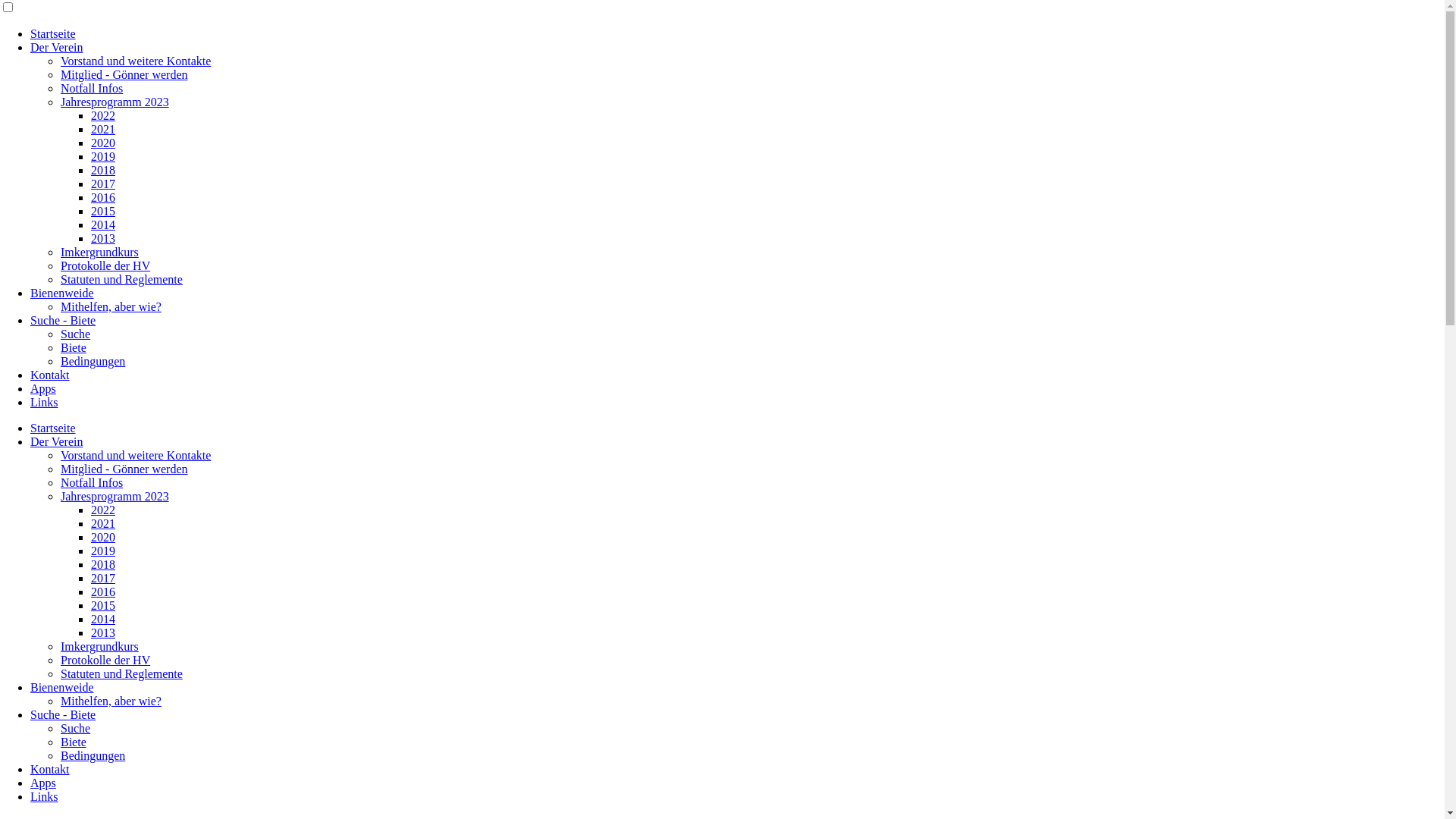 This screenshot has height=819, width=1456. What do you see at coordinates (53, 428) in the screenshot?
I see `'Startseite'` at bounding box center [53, 428].